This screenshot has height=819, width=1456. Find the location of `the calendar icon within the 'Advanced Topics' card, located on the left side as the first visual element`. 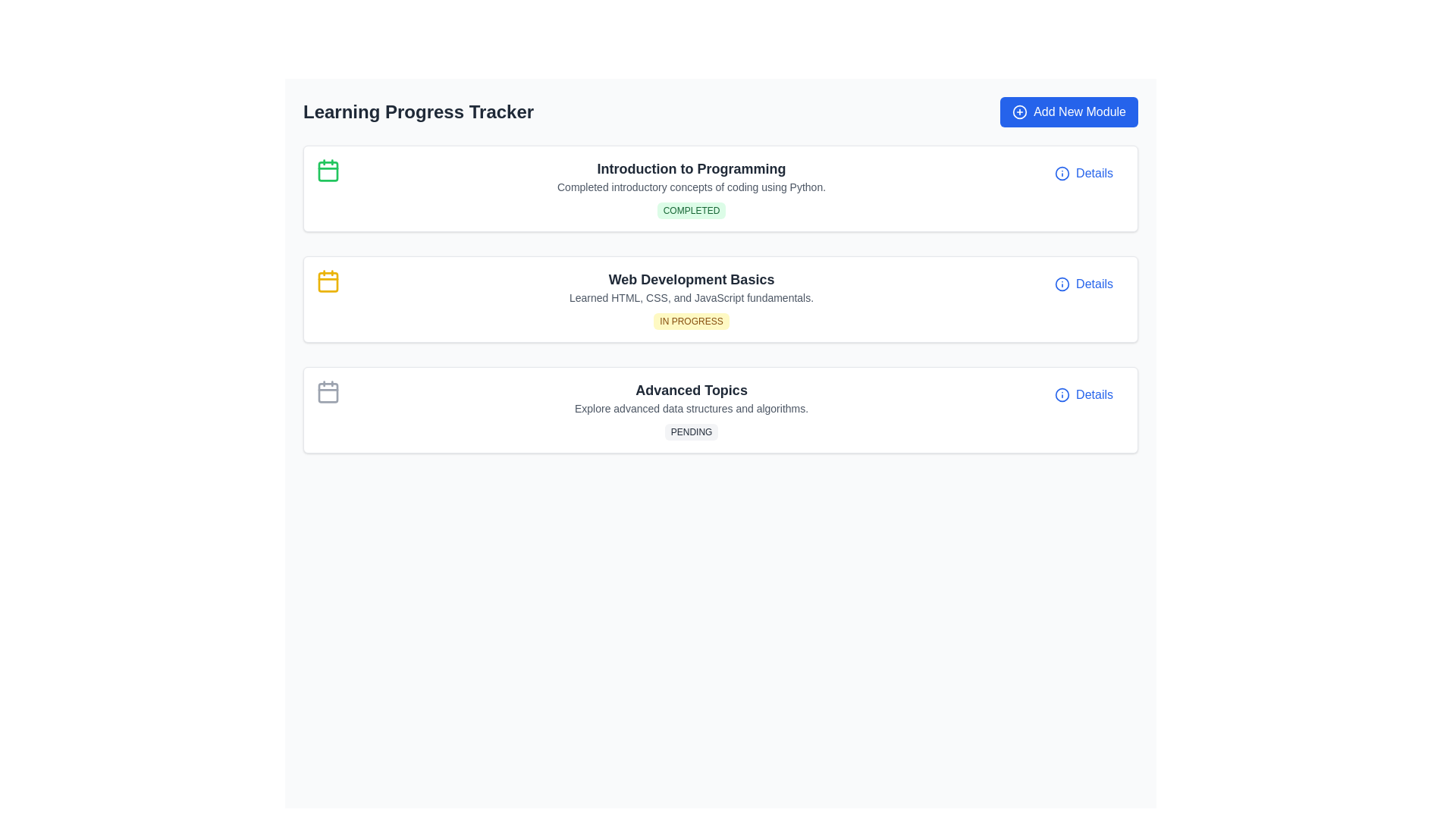

the calendar icon within the 'Advanced Topics' card, located on the left side as the first visual element is located at coordinates (327, 391).